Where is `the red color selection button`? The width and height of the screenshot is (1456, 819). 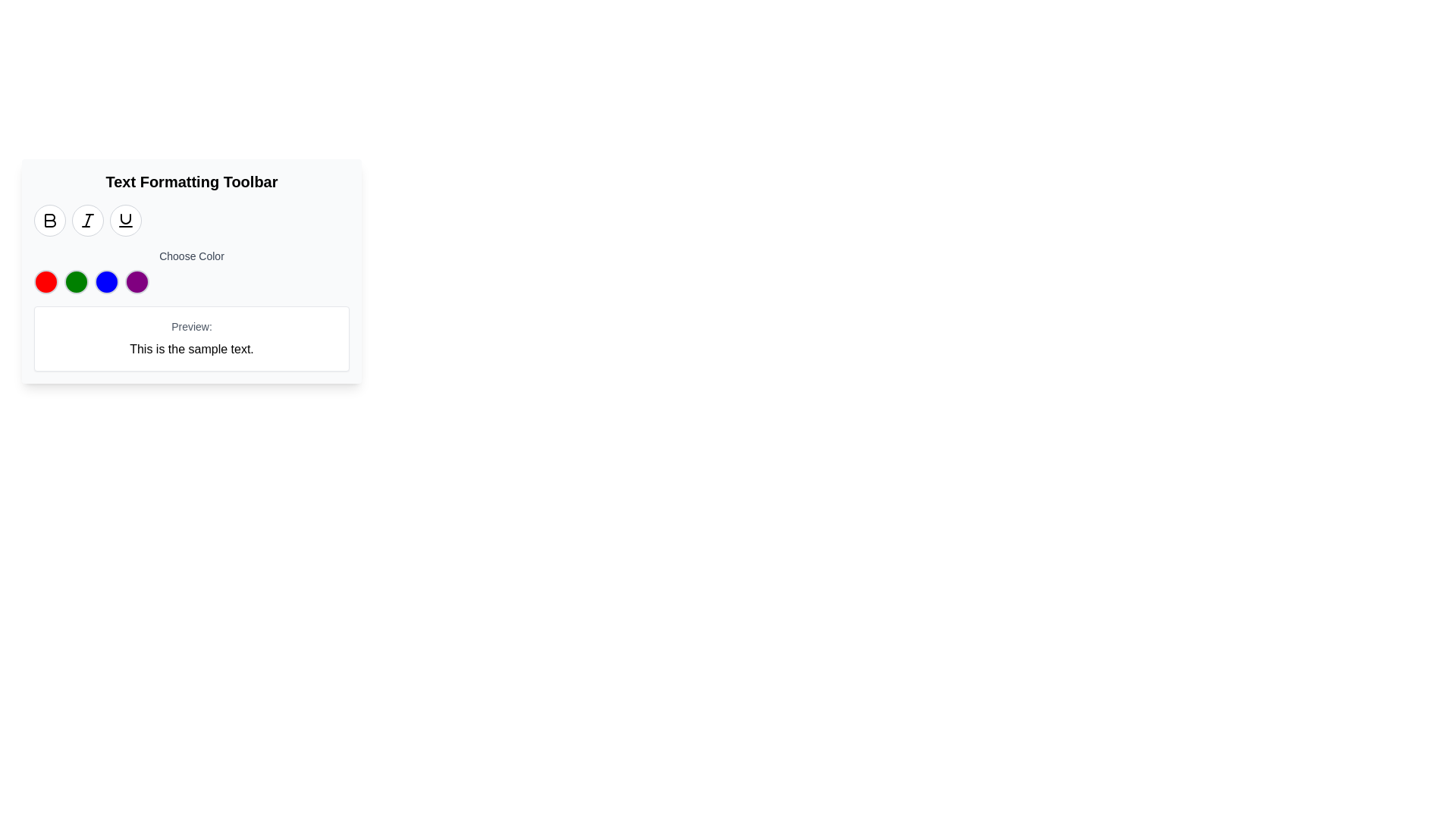 the red color selection button is located at coordinates (46, 281).